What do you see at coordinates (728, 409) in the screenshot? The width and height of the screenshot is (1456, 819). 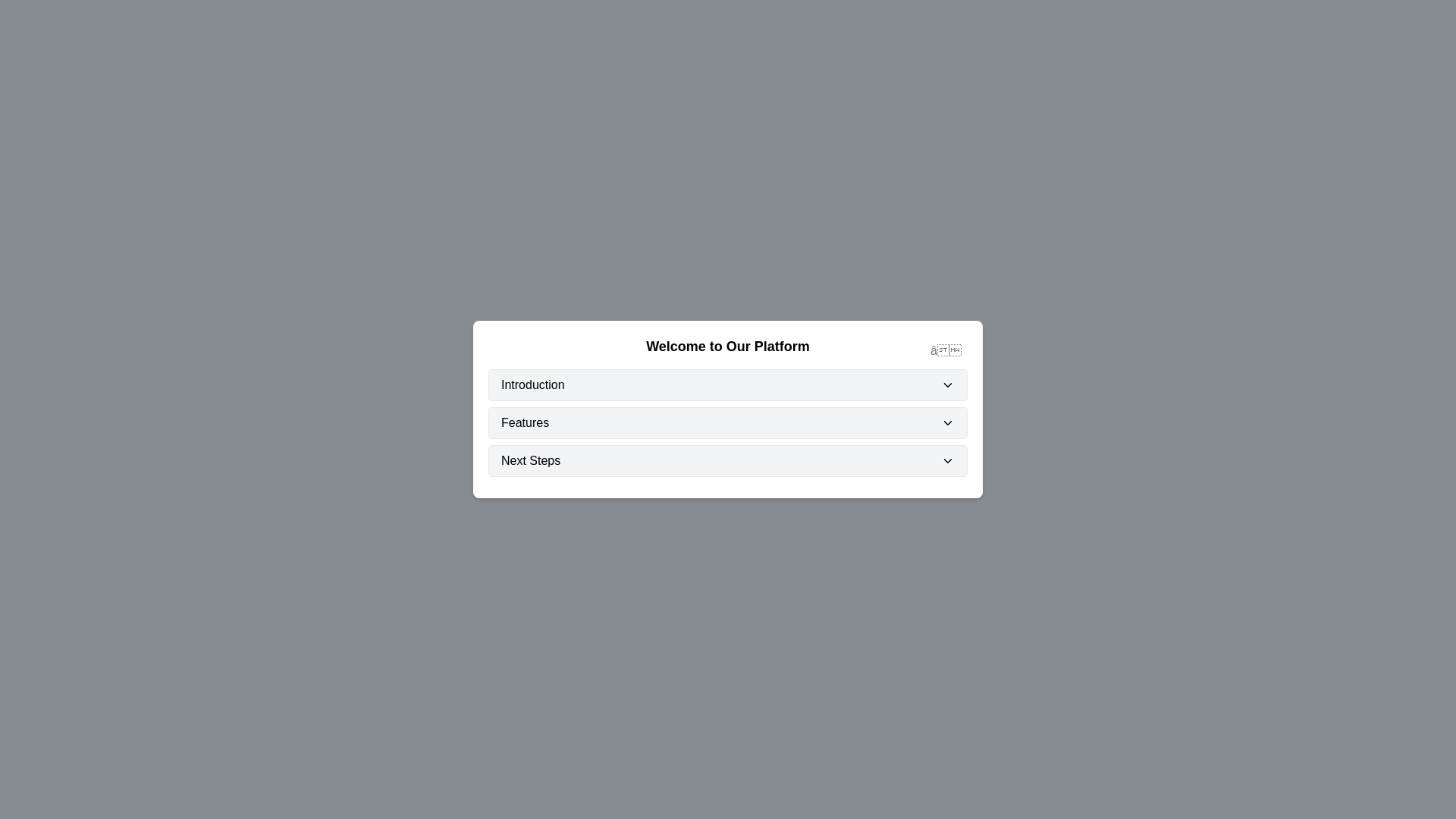 I see `the Modal with nested dropdown fields` at bounding box center [728, 409].